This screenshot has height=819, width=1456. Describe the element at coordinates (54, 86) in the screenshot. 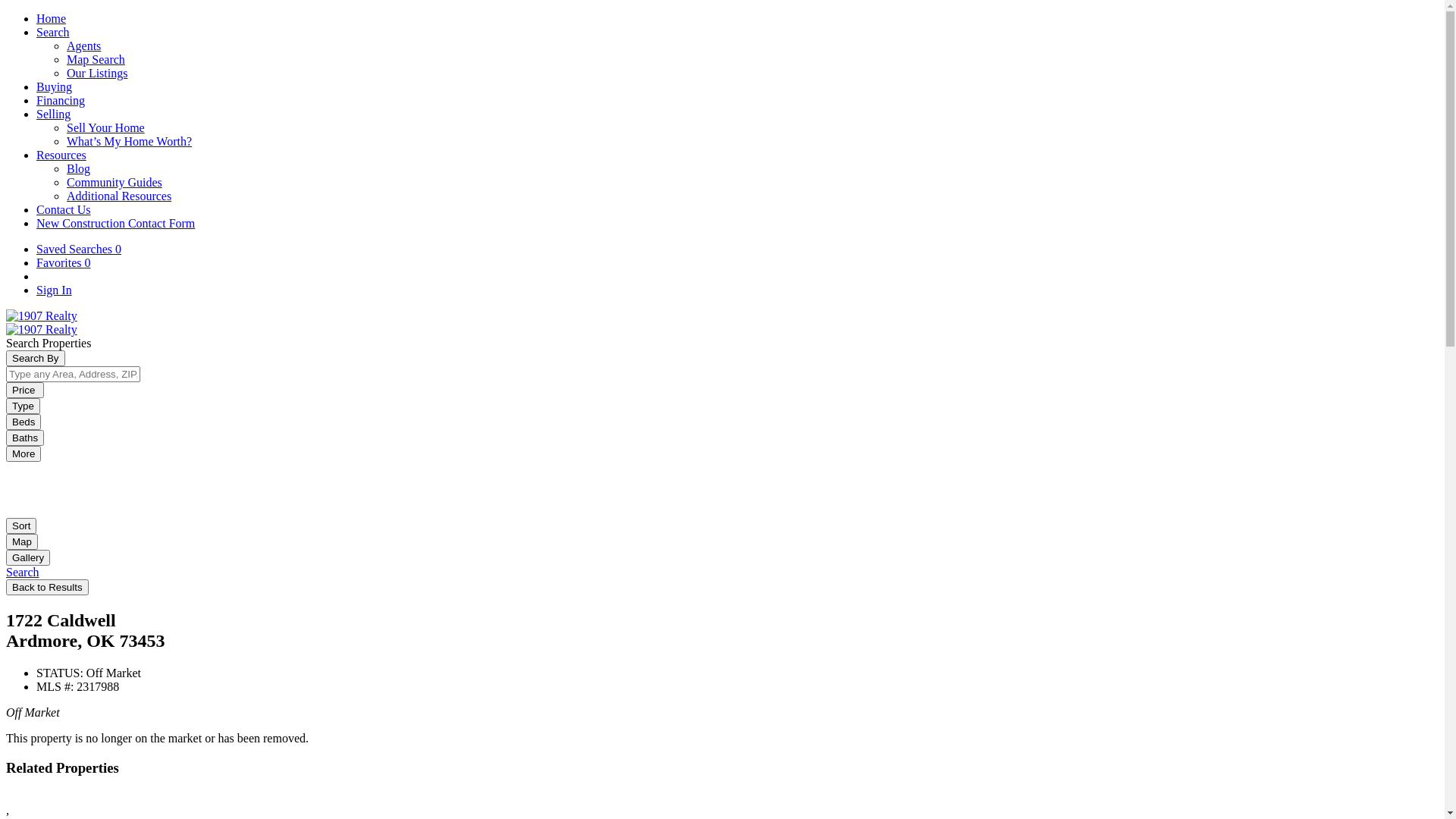

I see `'Buying'` at that location.